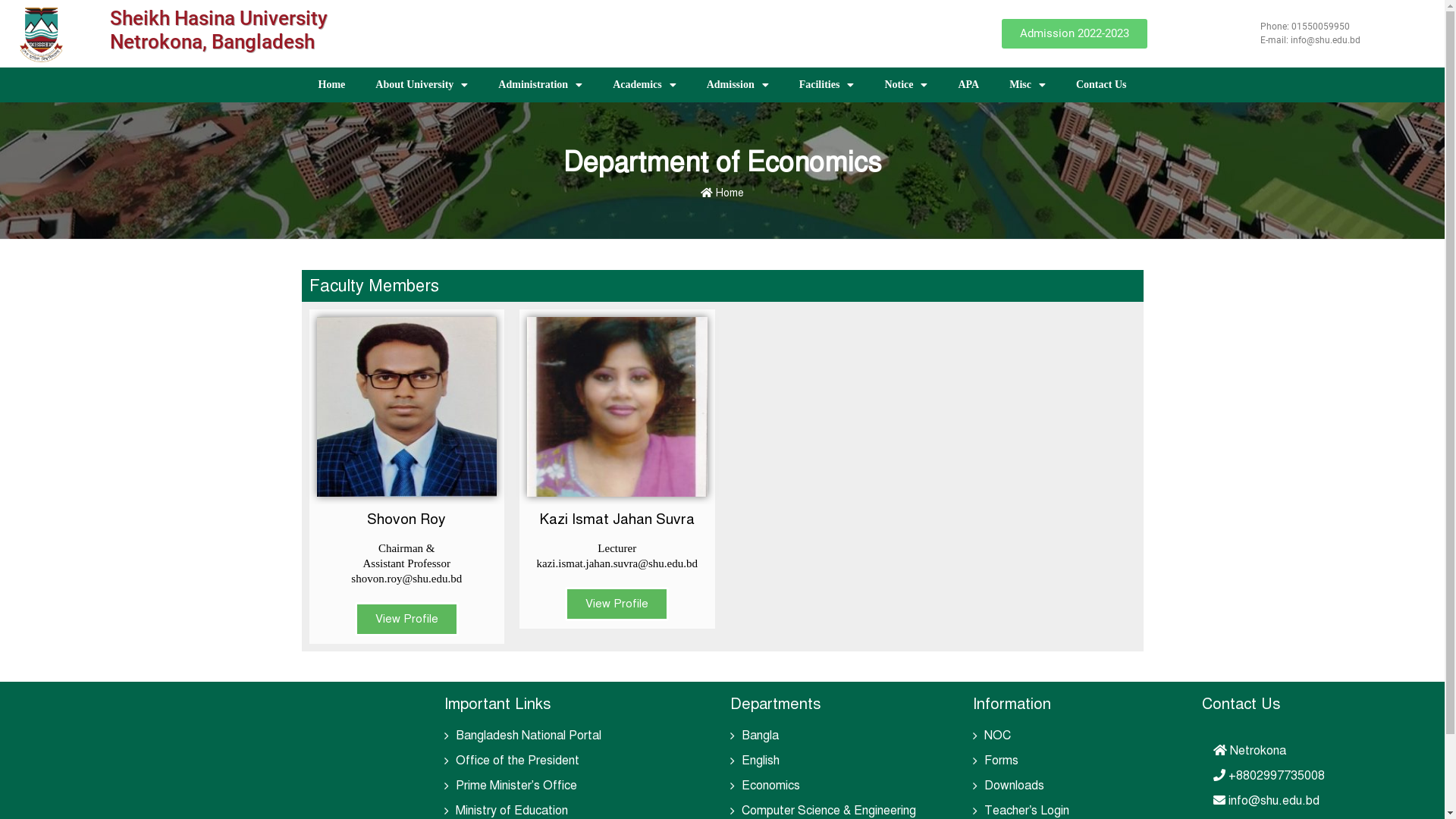  What do you see at coordinates (108, 17) in the screenshot?
I see `'Sheikh Hasina University'` at bounding box center [108, 17].